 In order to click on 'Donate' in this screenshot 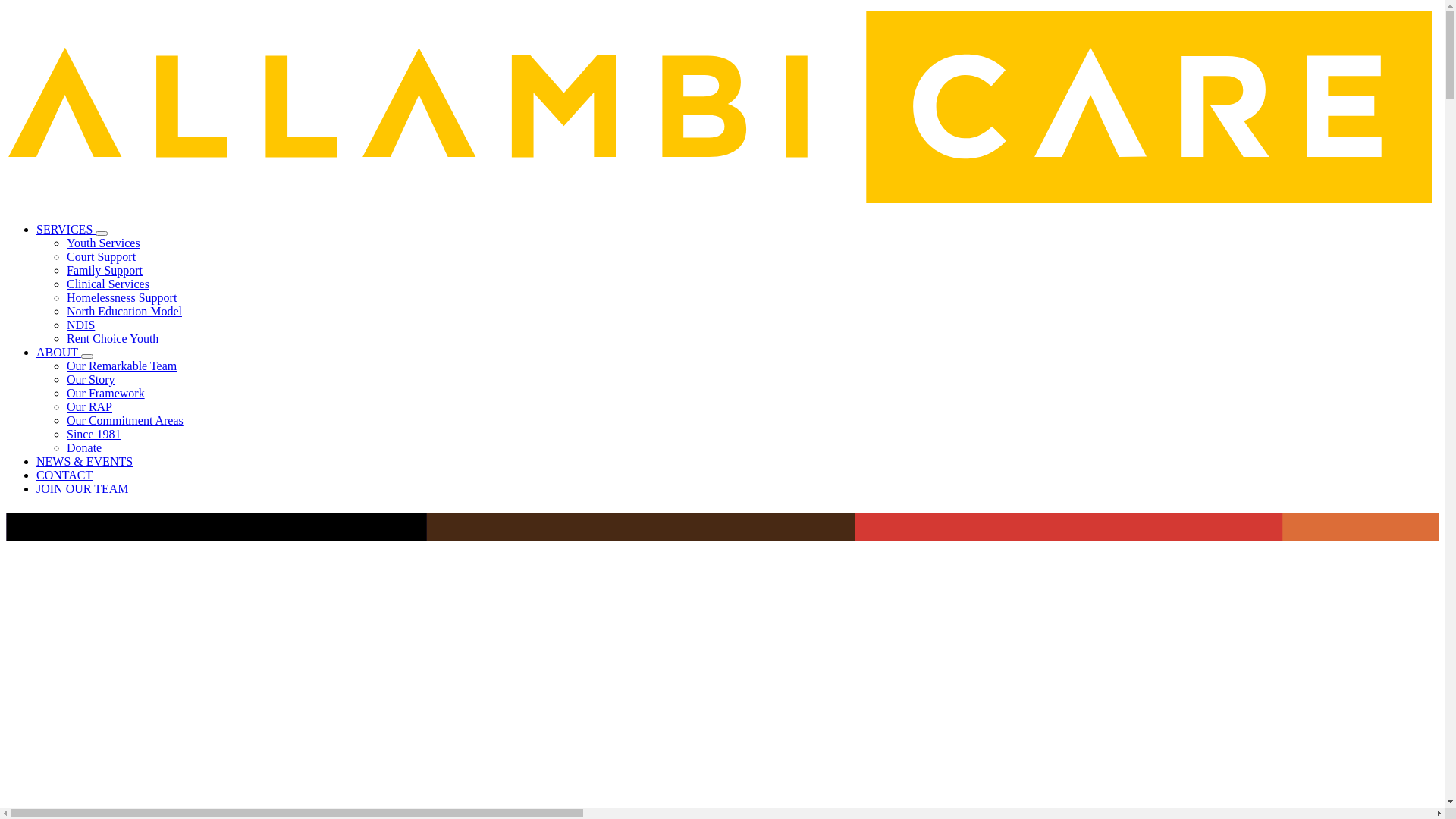, I will do `click(65, 447)`.